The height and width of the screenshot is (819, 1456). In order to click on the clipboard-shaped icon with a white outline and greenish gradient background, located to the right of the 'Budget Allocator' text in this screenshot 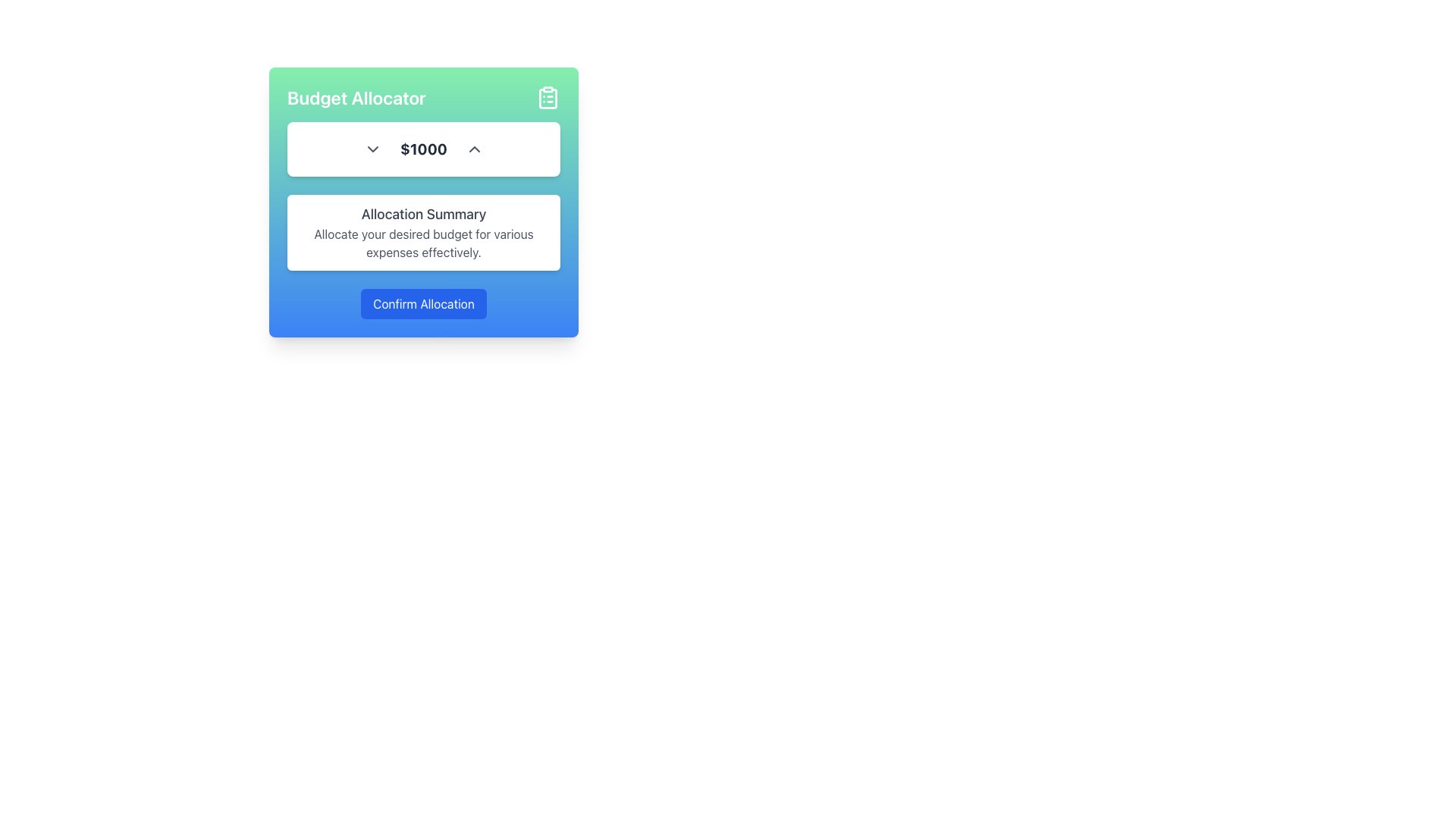, I will do `click(548, 97)`.